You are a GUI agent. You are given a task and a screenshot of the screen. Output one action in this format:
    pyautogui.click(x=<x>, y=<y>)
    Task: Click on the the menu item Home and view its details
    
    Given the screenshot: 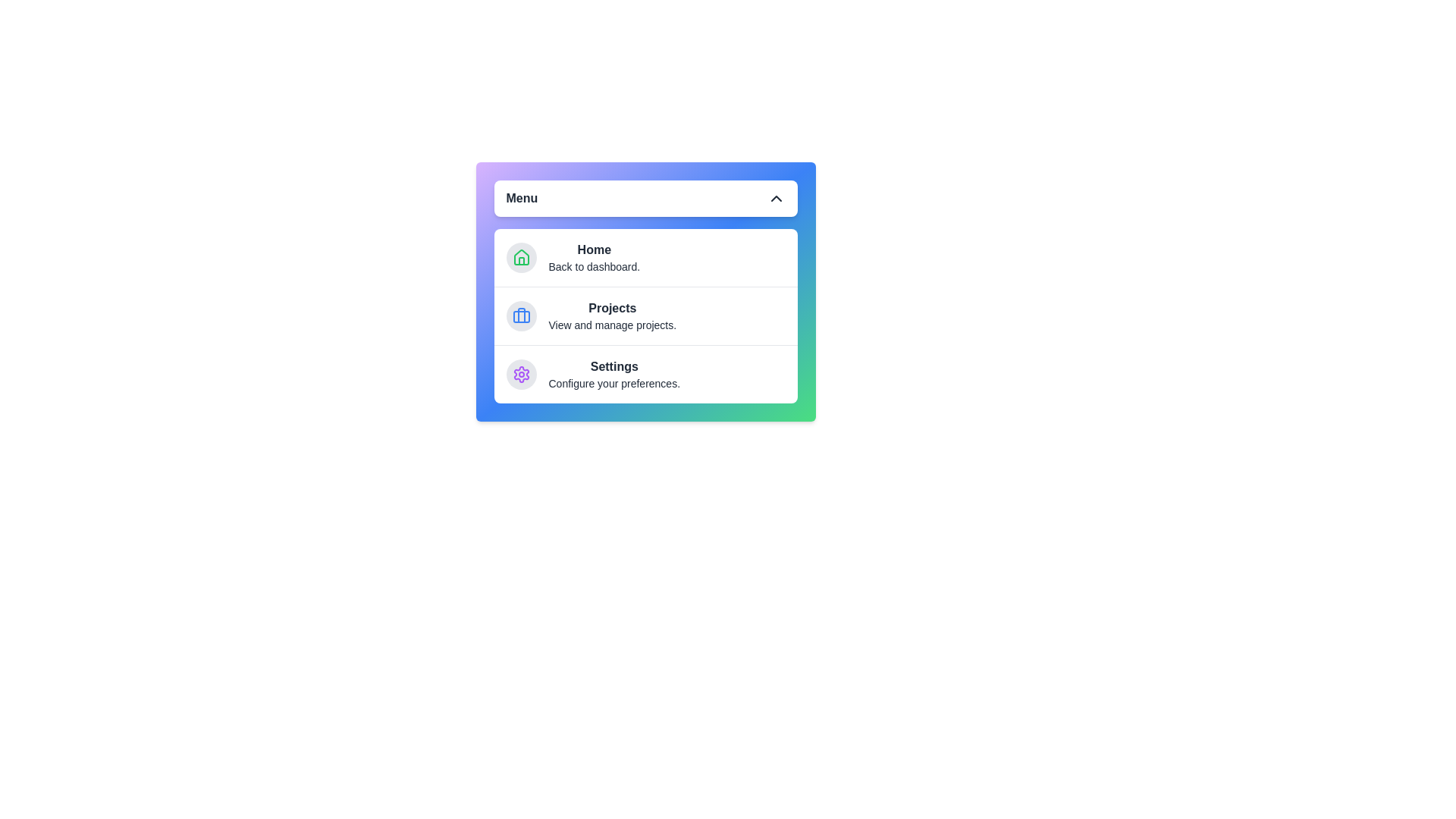 What is the action you would take?
    pyautogui.click(x=645, y=256)
    